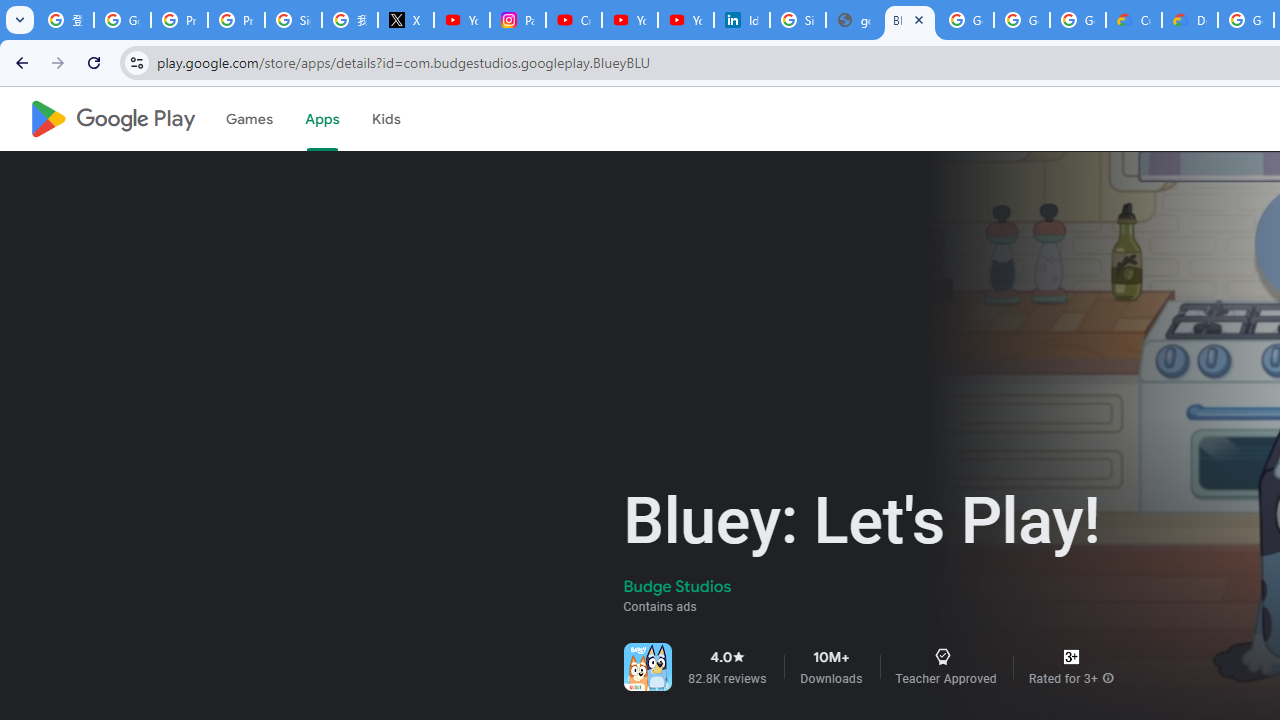 The width and height of the screenshot is (1280, 720). Describe the element at coordinates (179, 20) in the screenshot. I see `'Privacy Help Center - Policies Help'` at that location.